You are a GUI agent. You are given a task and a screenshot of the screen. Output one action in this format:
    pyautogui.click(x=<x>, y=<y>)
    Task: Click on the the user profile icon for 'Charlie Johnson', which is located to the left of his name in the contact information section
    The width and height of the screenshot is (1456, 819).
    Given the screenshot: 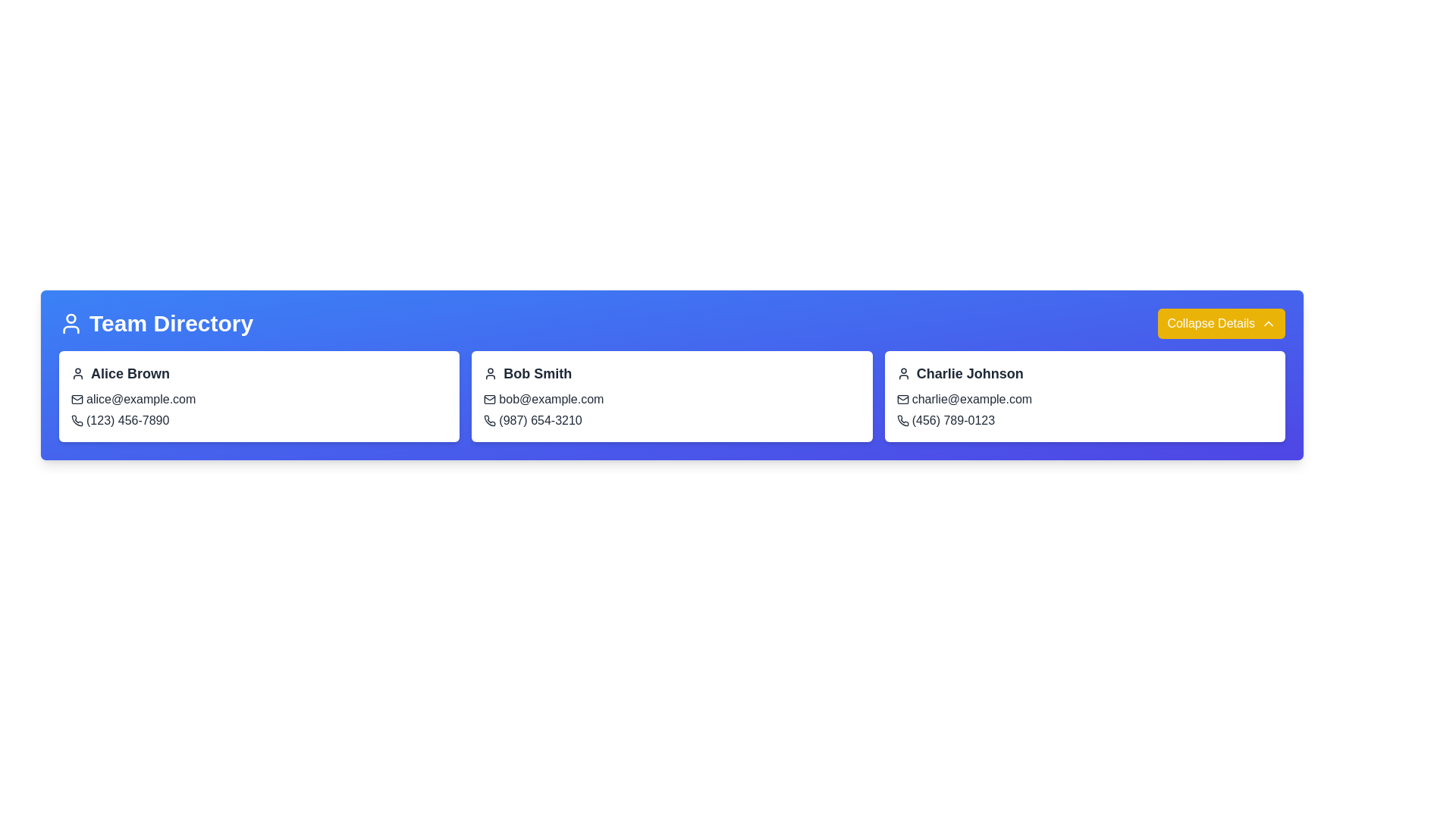 What is the action you would take?
    pyautogui.click(x=903, y=374)
    